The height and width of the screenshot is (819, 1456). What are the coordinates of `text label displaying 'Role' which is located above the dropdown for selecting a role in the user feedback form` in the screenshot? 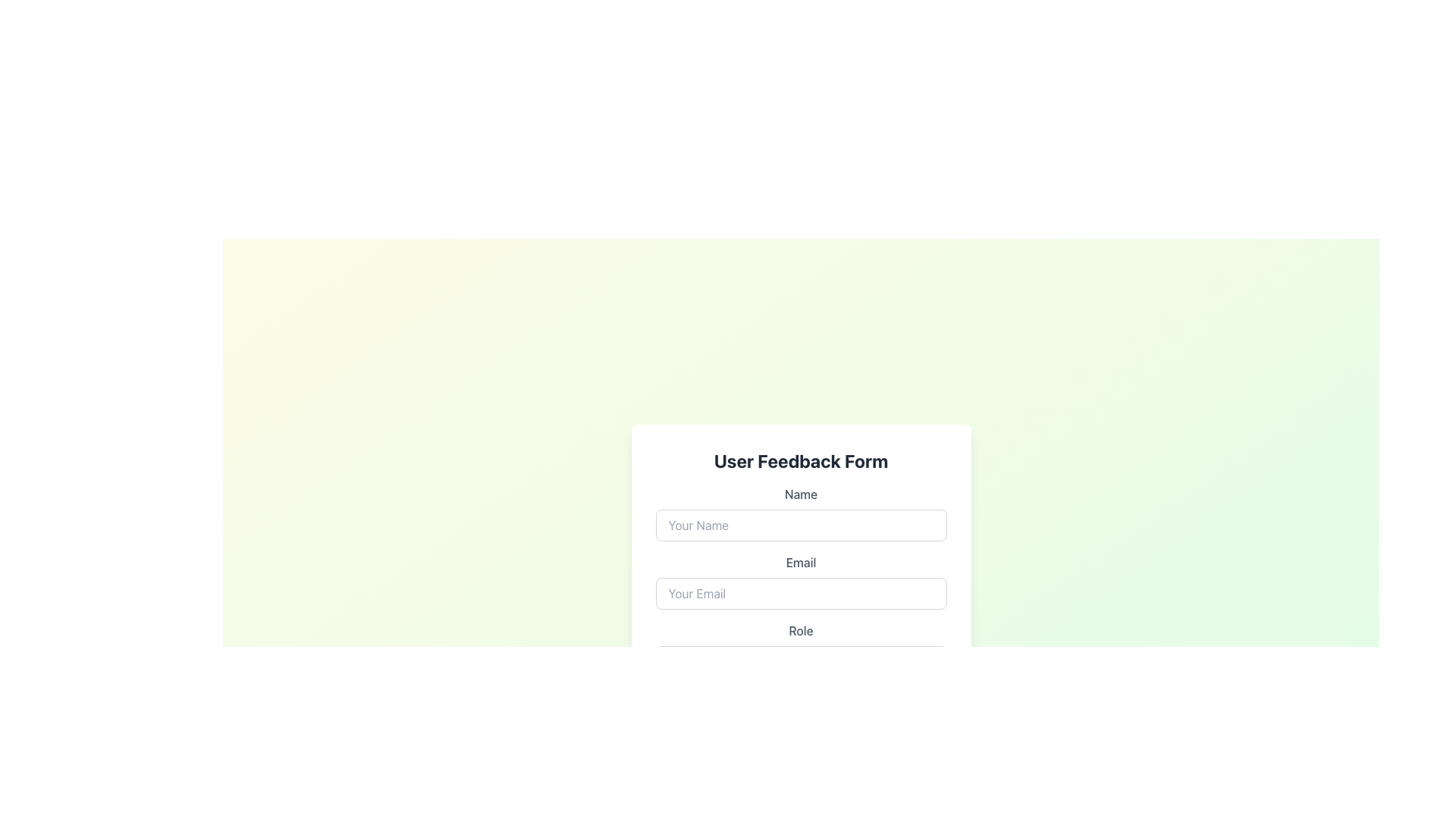 It's located at (800, 631).